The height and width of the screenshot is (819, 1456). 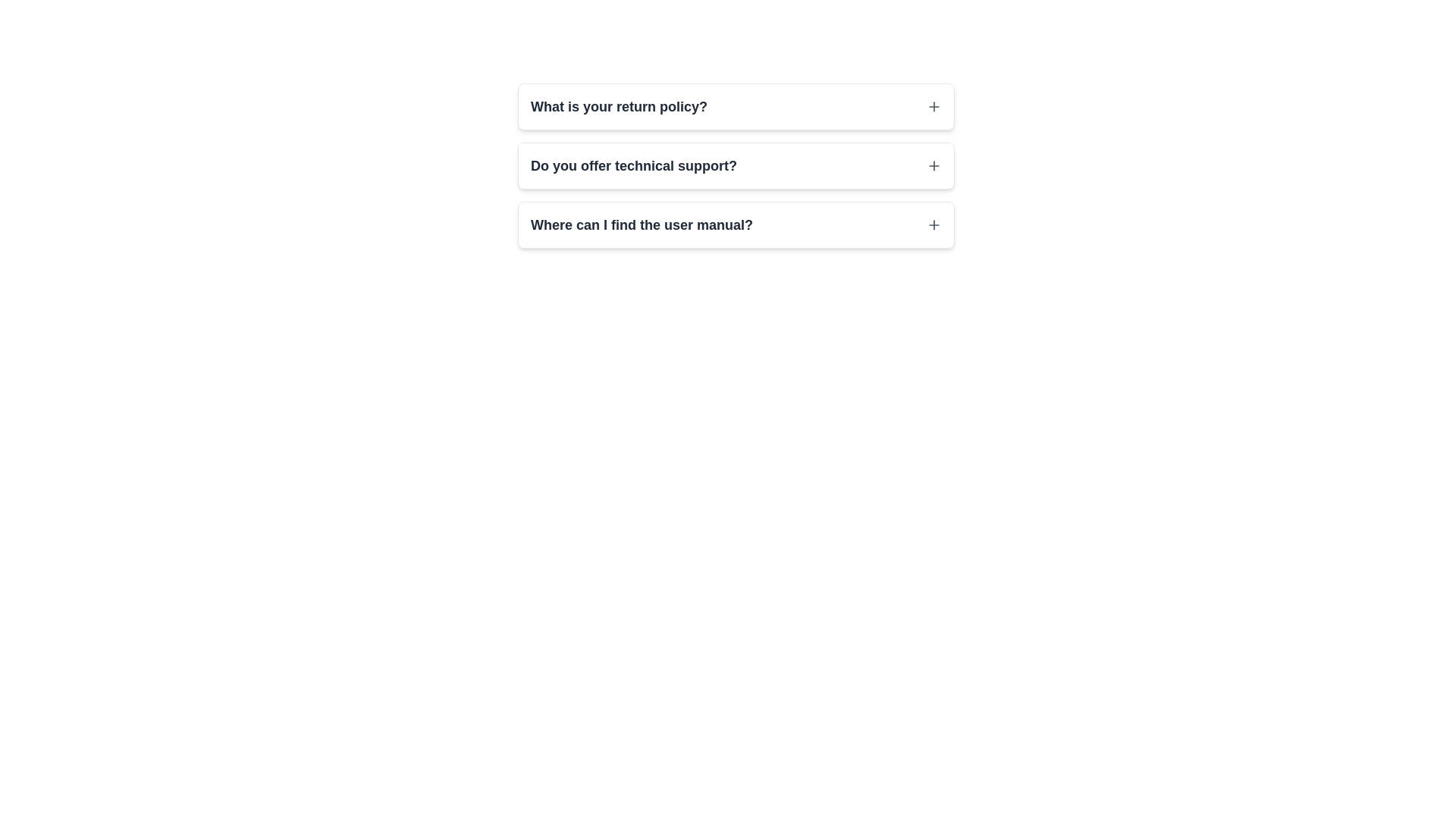 I want to click on the expandable list item for the question 'What is your return policy?', so click(x=736, y=106).